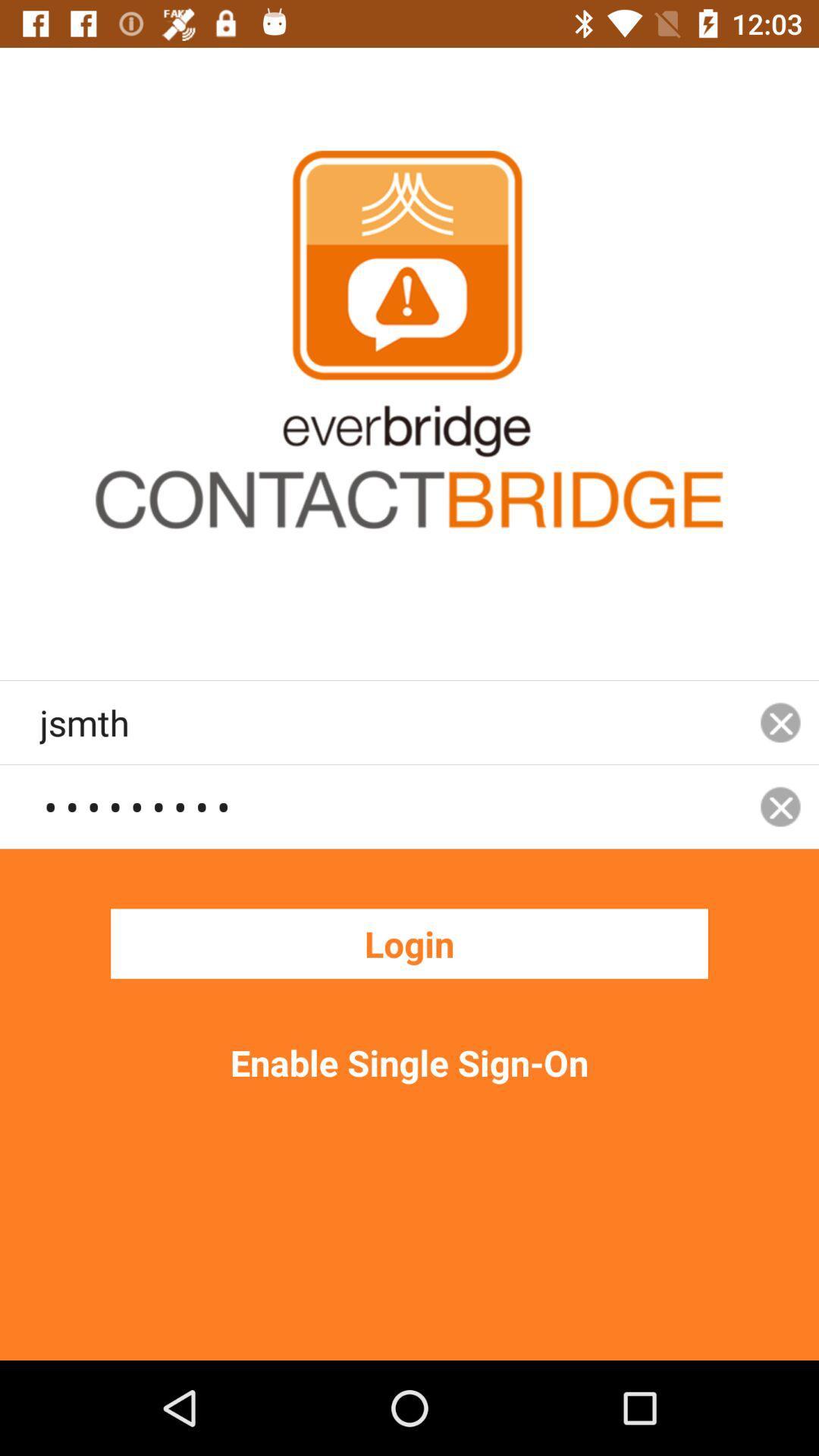 The width and height of the screenshot is (819, 1456). Describe the element at coordinates (409, 1062) in the screenshot. I see `enable single sign icon` at that location.